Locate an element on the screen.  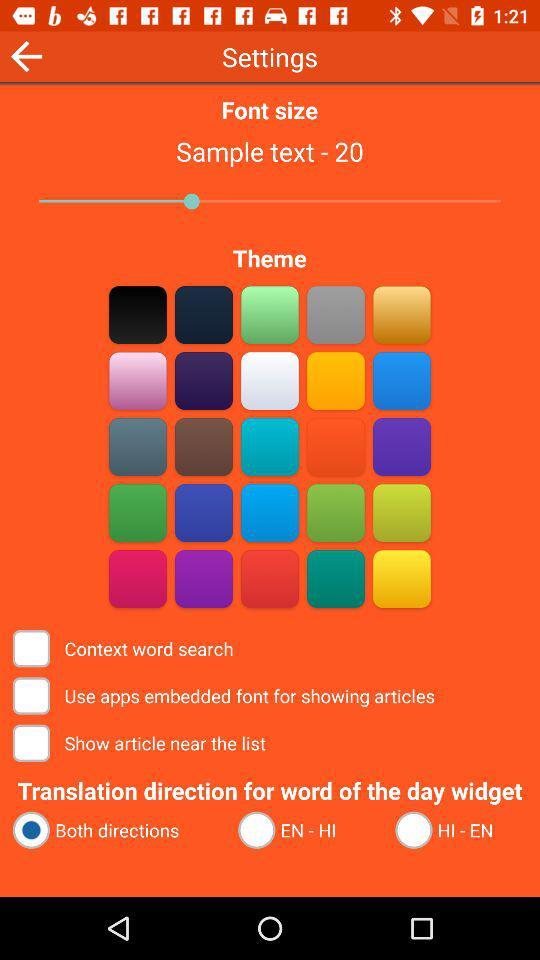
the both directions radio button is located at coordinates (116, 830).